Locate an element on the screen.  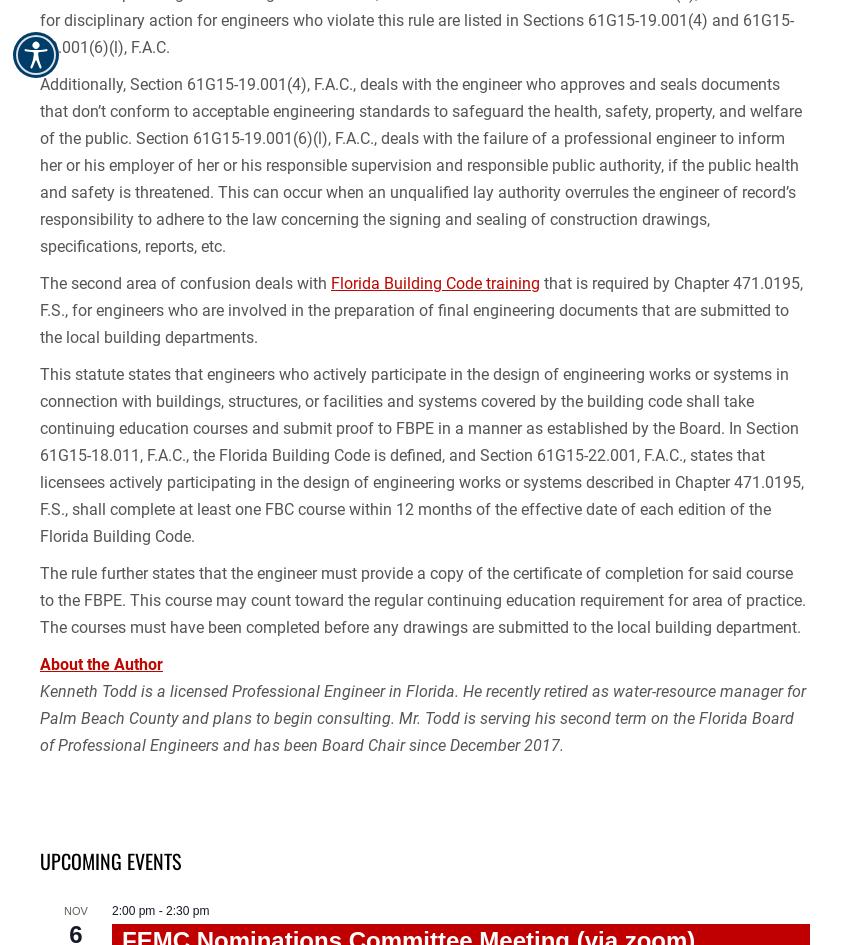
'About the Author' is located at coordinates (39, 663).